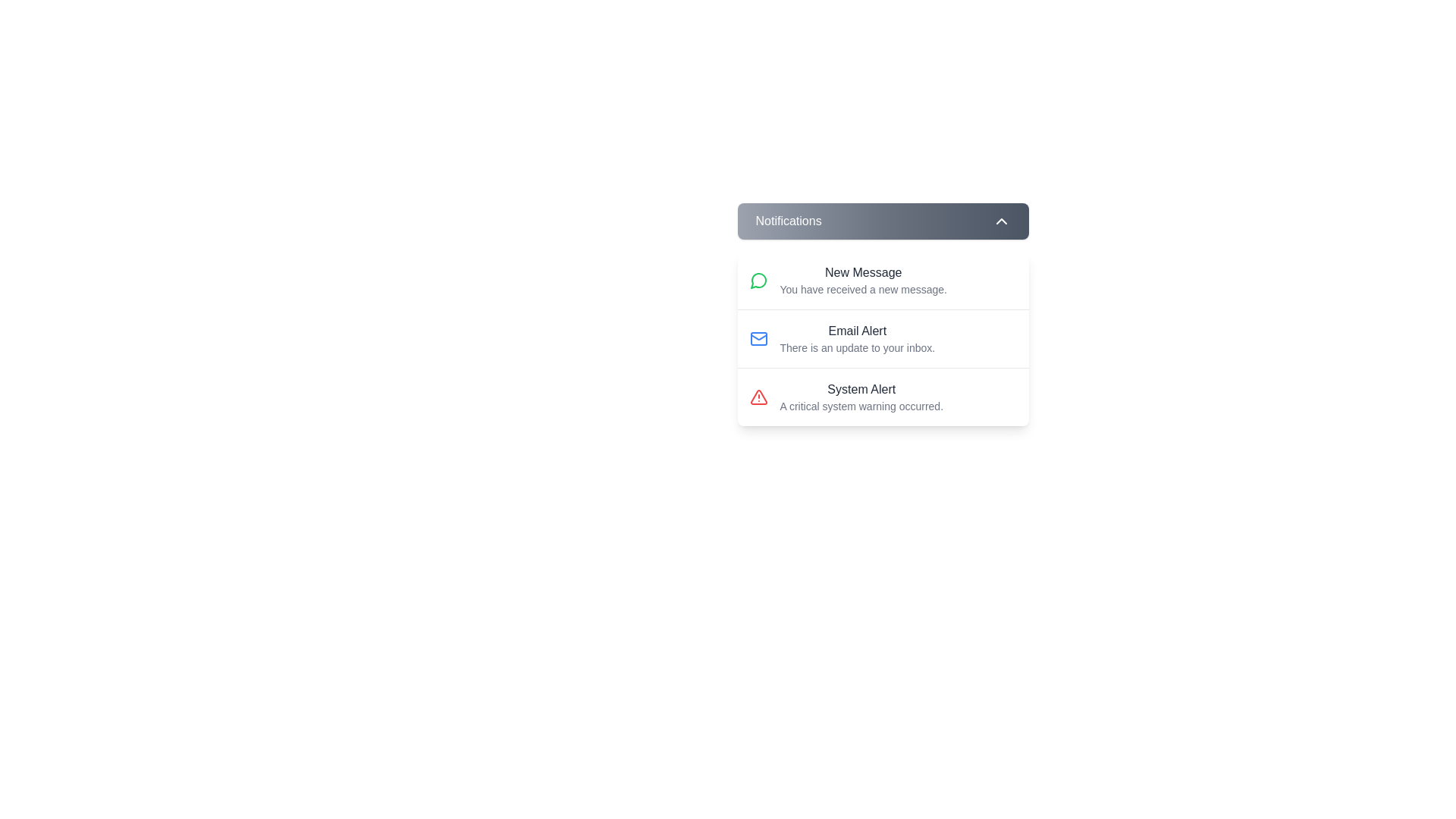 Image resolution: width=1456 pixels, height=819 pixels. What do you see at coordinates (857, 330) in the screenshot?
I see `the 'Email Alert' text label, which is styled in bold, dark gray font and serves as the title for the notification above the message 'There is an update to your inbox.'` at bounding box center [857, 330].